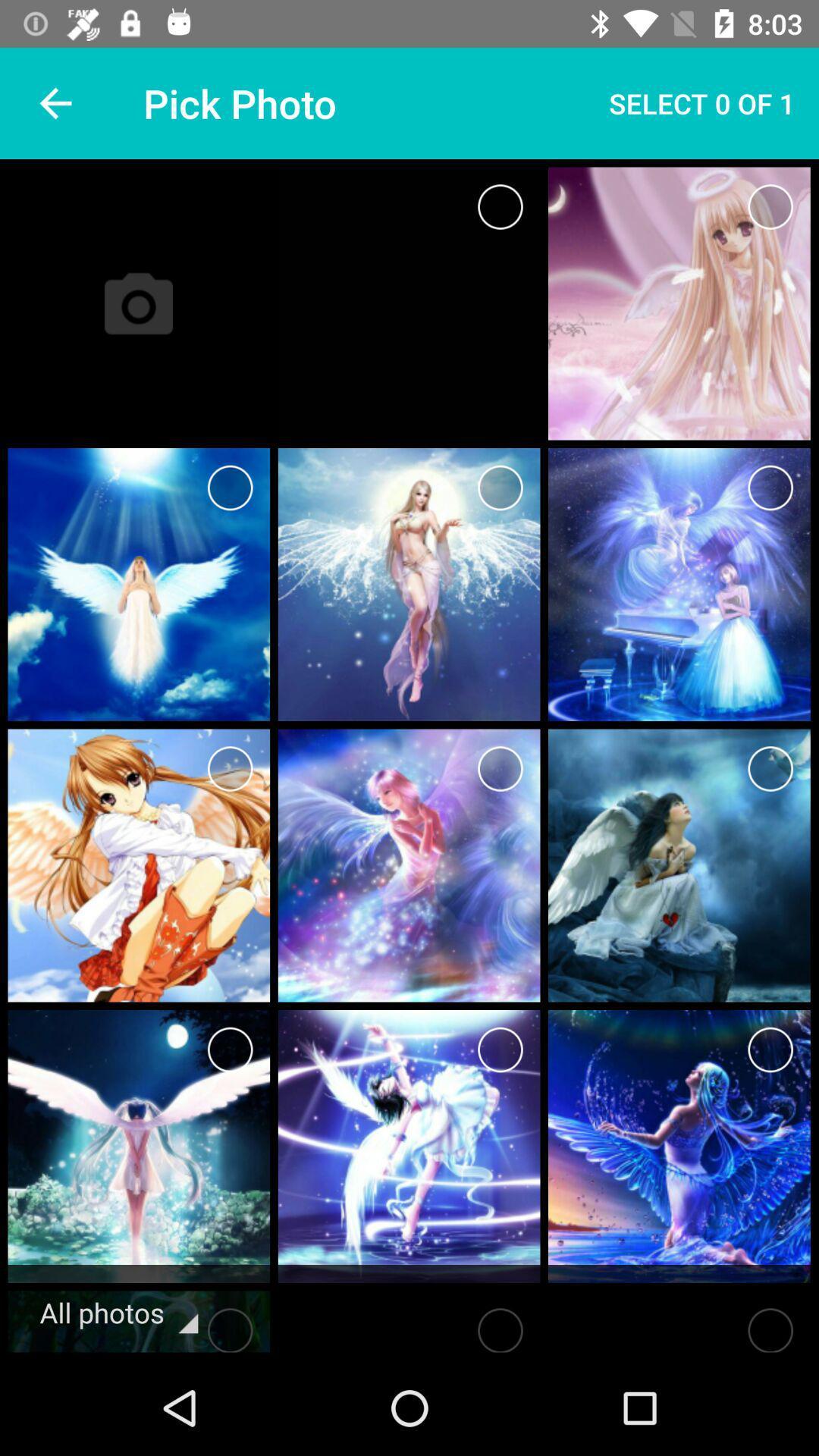  Describe the element at coordinates (500, 488) in the screenshot. I see `photo` at that location.